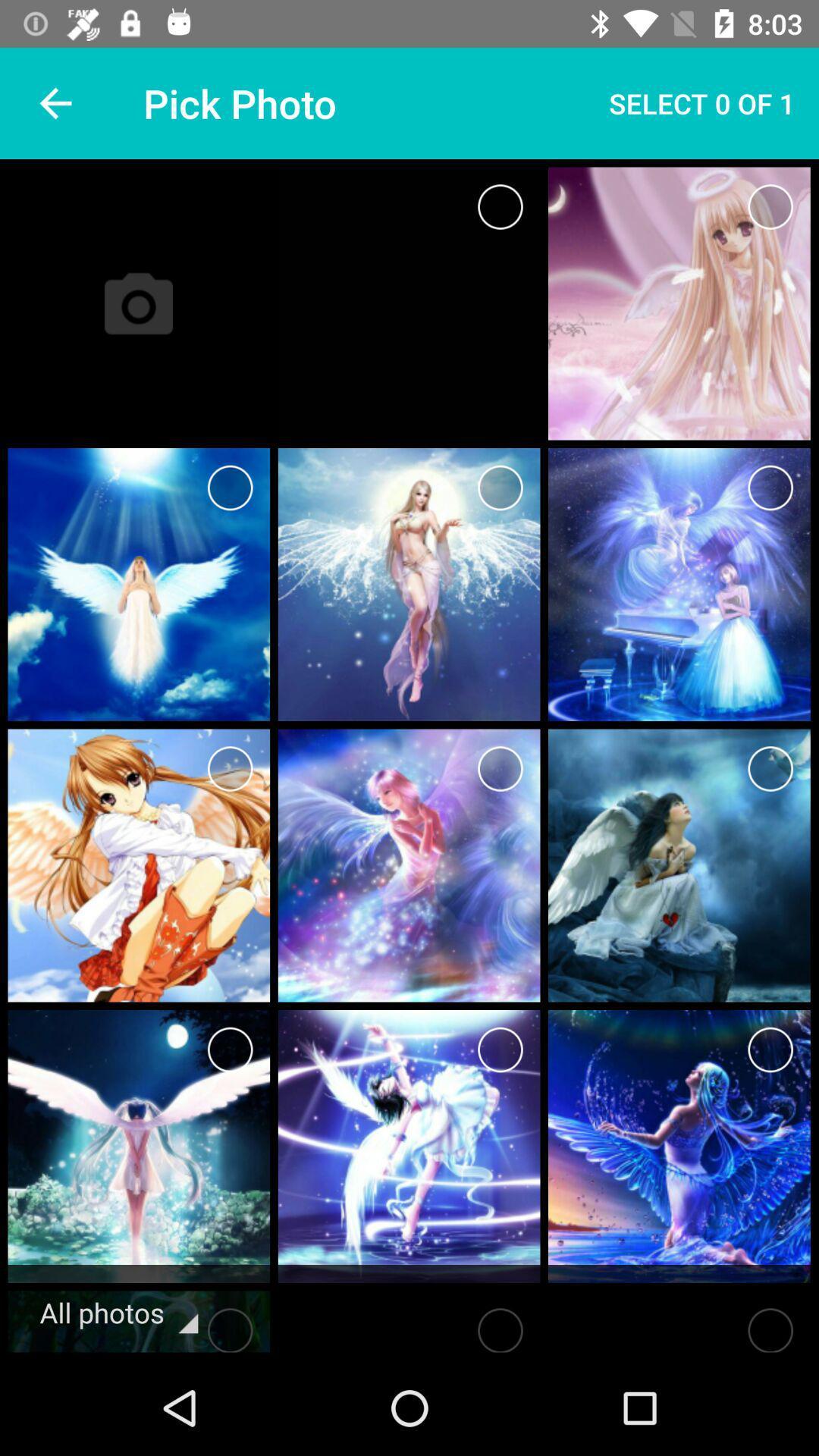  Describe the element at coordinates (500, 488) in the screenshot. I see `photo` at that location.